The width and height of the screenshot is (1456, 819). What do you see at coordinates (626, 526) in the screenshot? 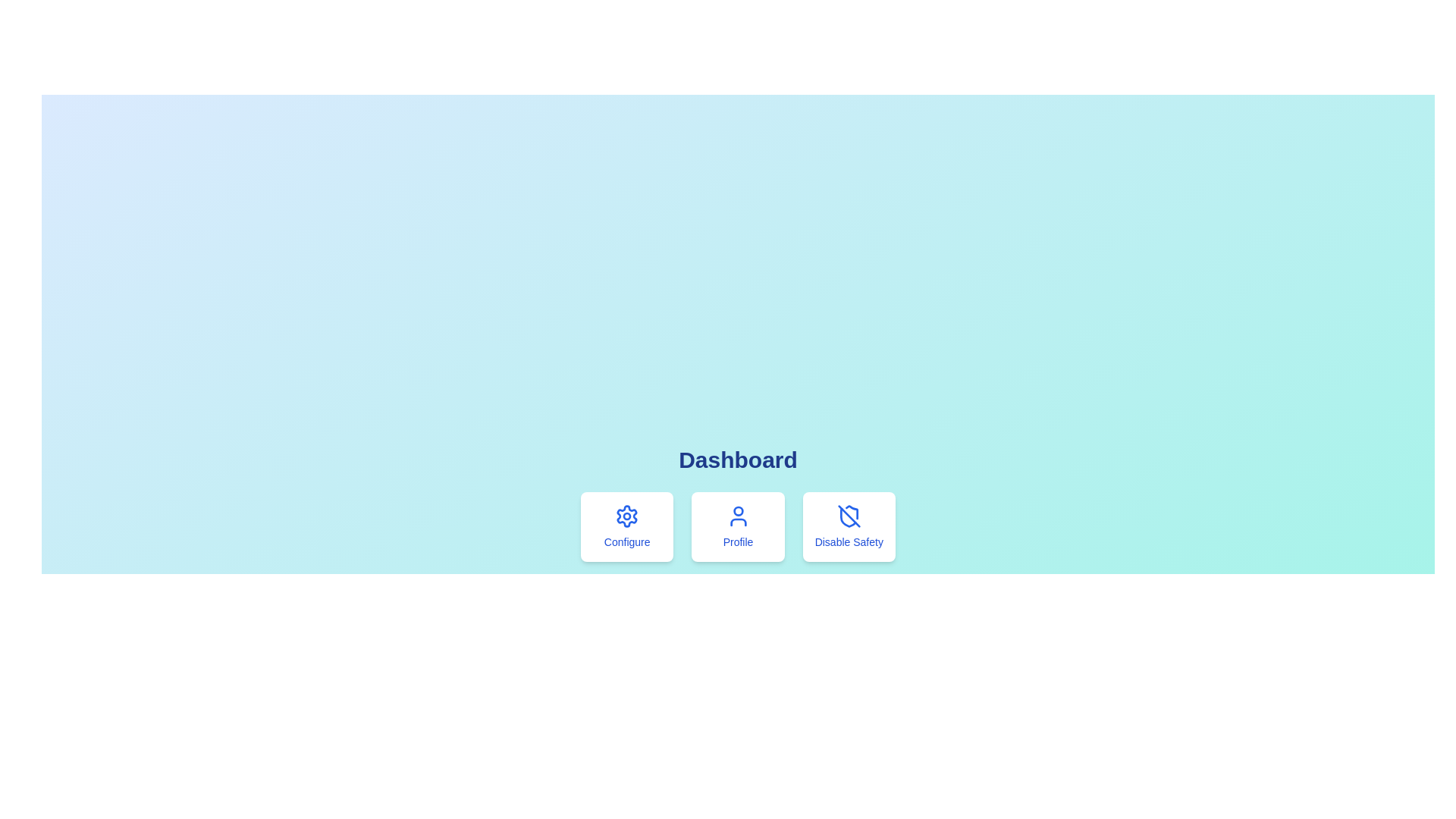
I see `the 'Configure' button that features a blue gear icon above the text, located in a rounded rectangle with a white background` at bounding box center [626, 526].